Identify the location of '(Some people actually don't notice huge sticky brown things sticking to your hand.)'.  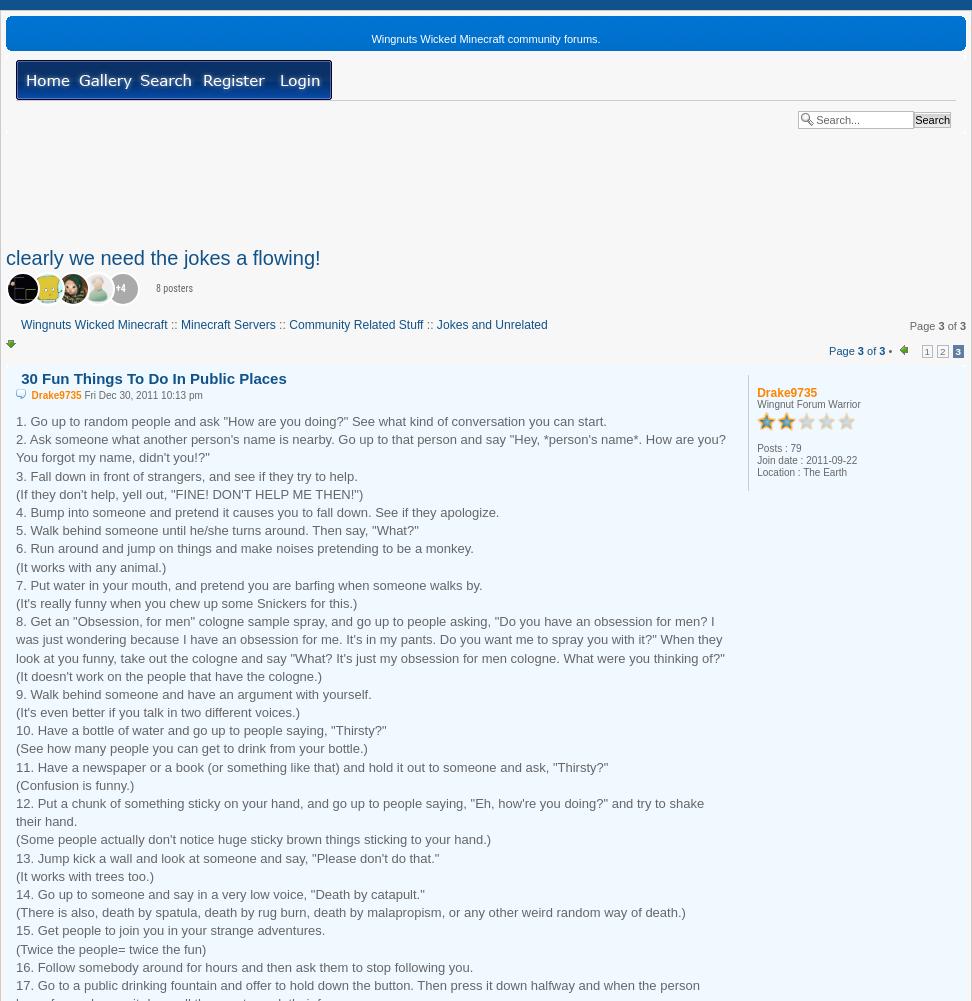
(253, 838).